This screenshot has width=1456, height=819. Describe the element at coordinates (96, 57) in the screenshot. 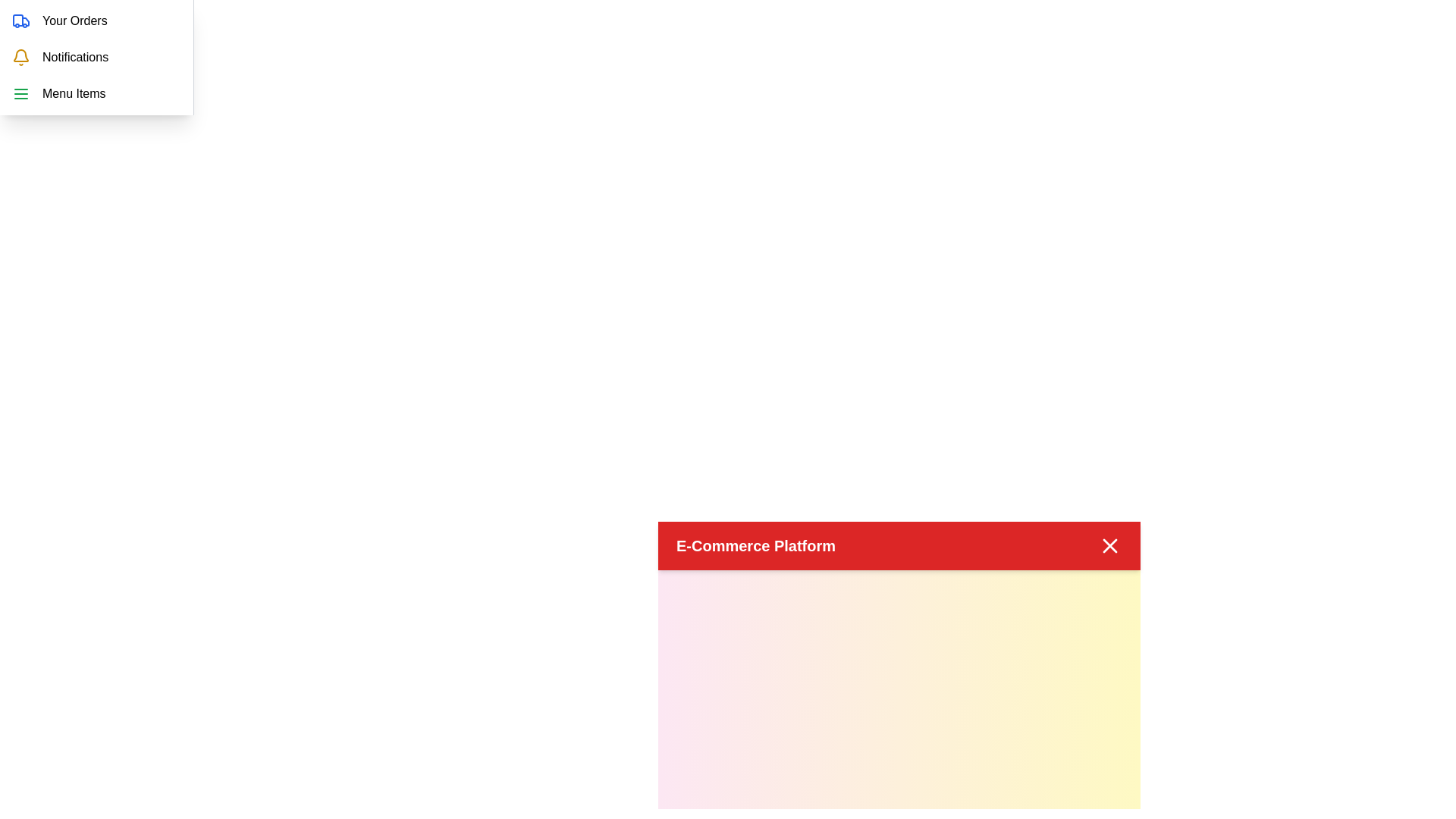

I see `the 'Notifications' navigation item, which is represented by a yellow bell icon followed by the text 'Notifications', positioned between 'Your Orders' and 'Menu Items'` at that location.